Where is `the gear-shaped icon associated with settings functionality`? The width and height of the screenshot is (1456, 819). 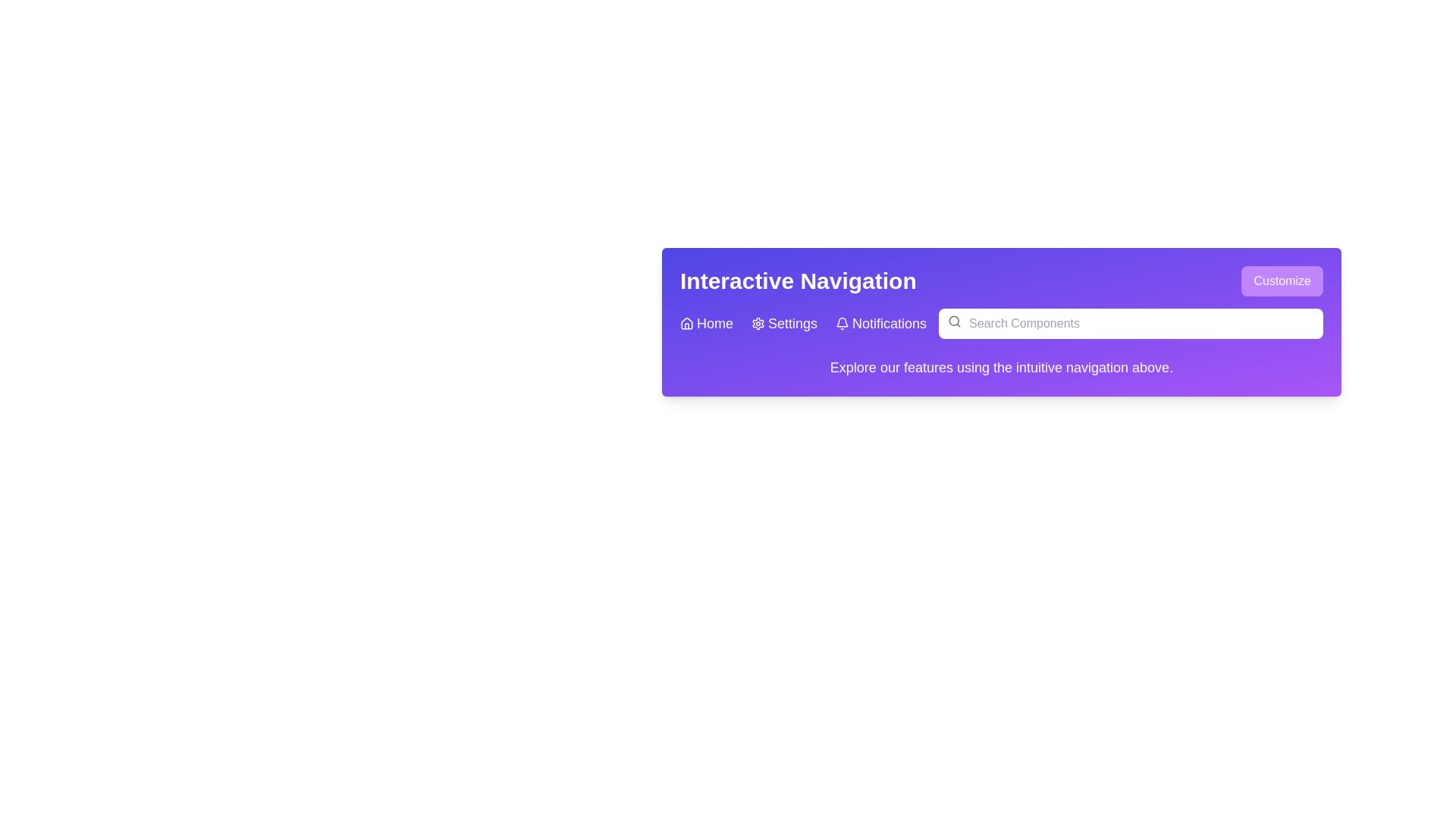 the gear-shaped icon associated with settings functionality is located at coordinates (758, 323).